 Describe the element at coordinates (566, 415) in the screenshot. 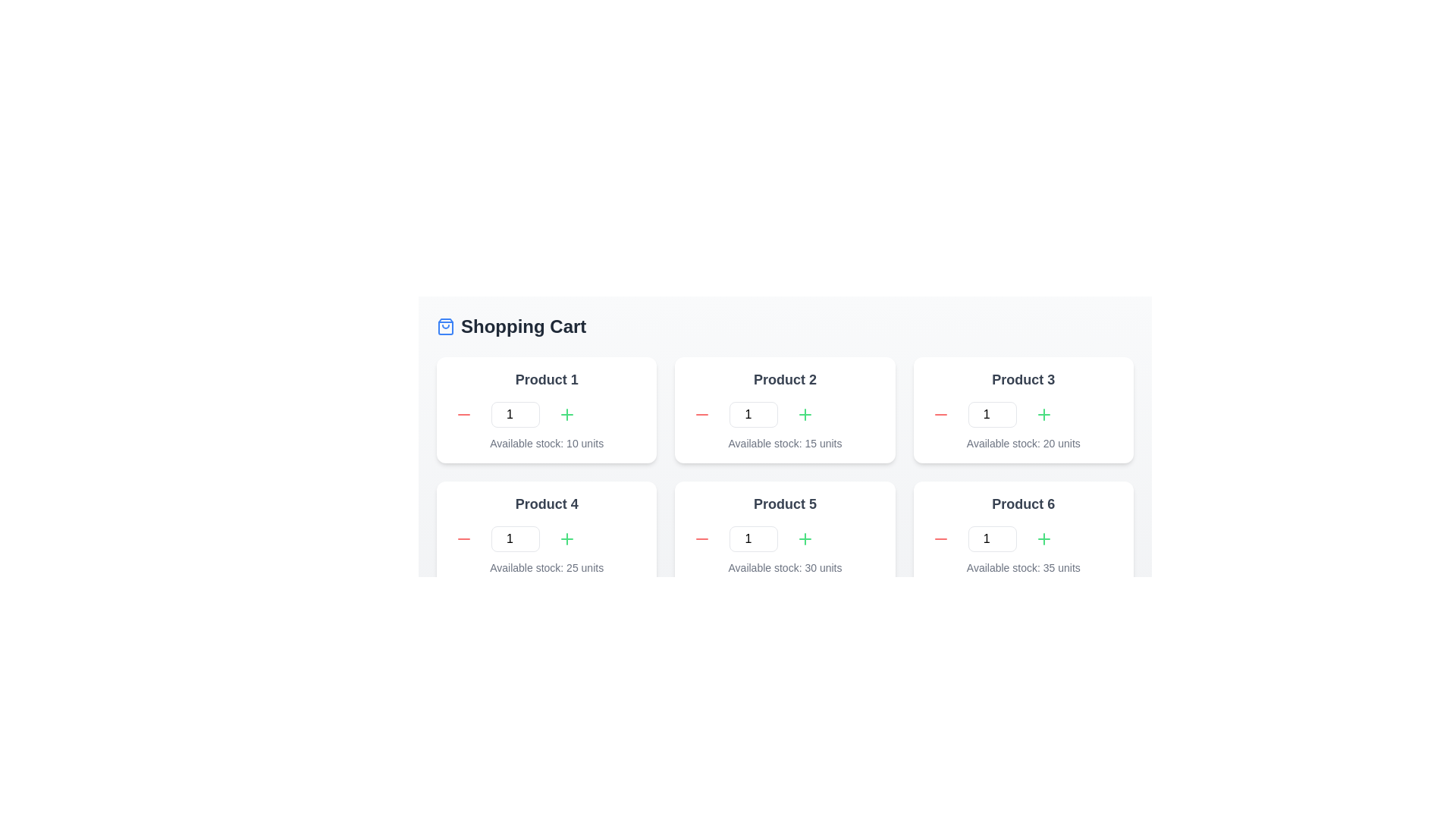

I see `the green circular '+' icon located in the top-right quadrant of the Shopping Cart grid to increase the quantity of Product 2` at that location.